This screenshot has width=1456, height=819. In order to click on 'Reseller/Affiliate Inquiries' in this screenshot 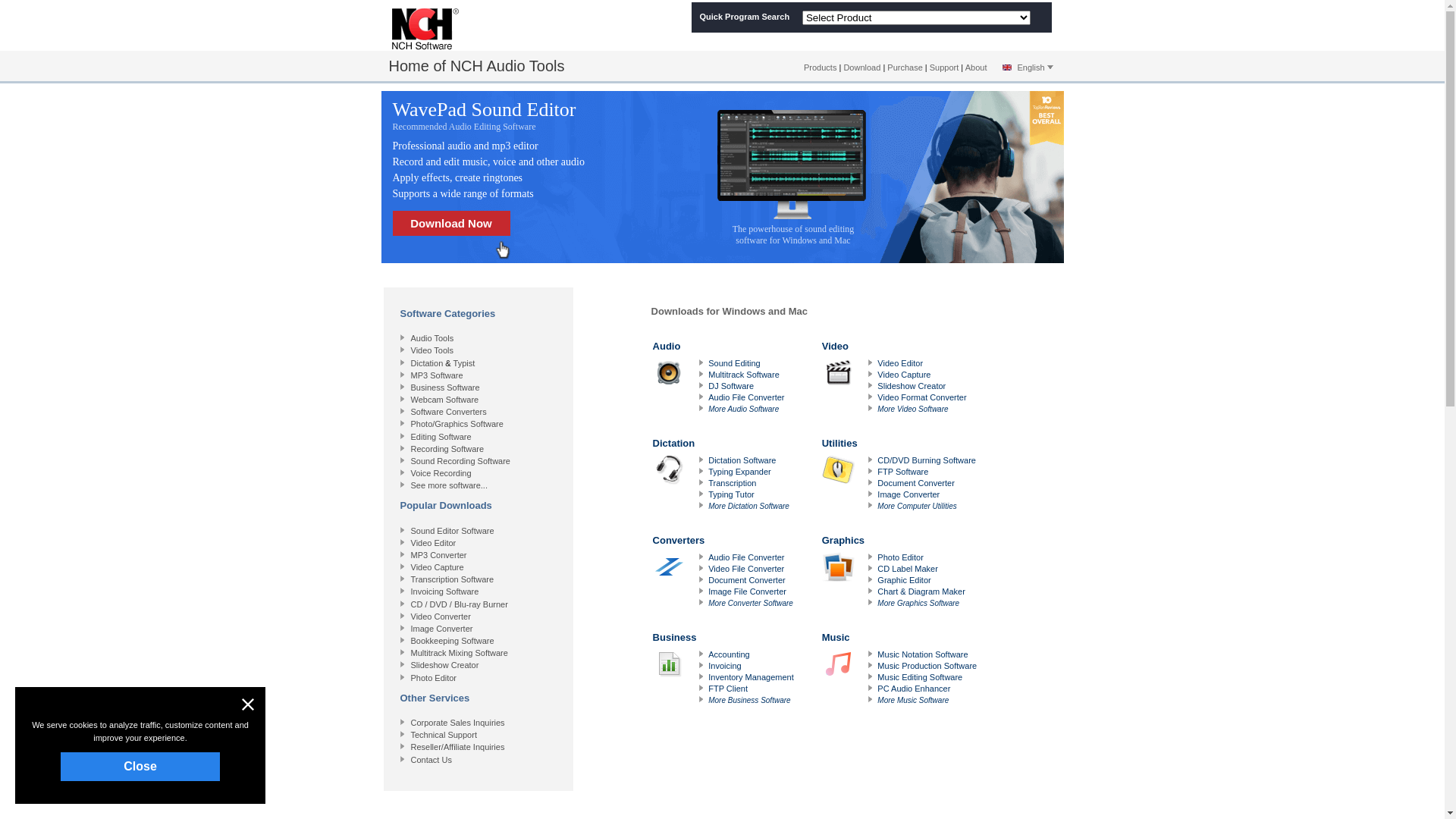, I will do `click(457, 745)`.